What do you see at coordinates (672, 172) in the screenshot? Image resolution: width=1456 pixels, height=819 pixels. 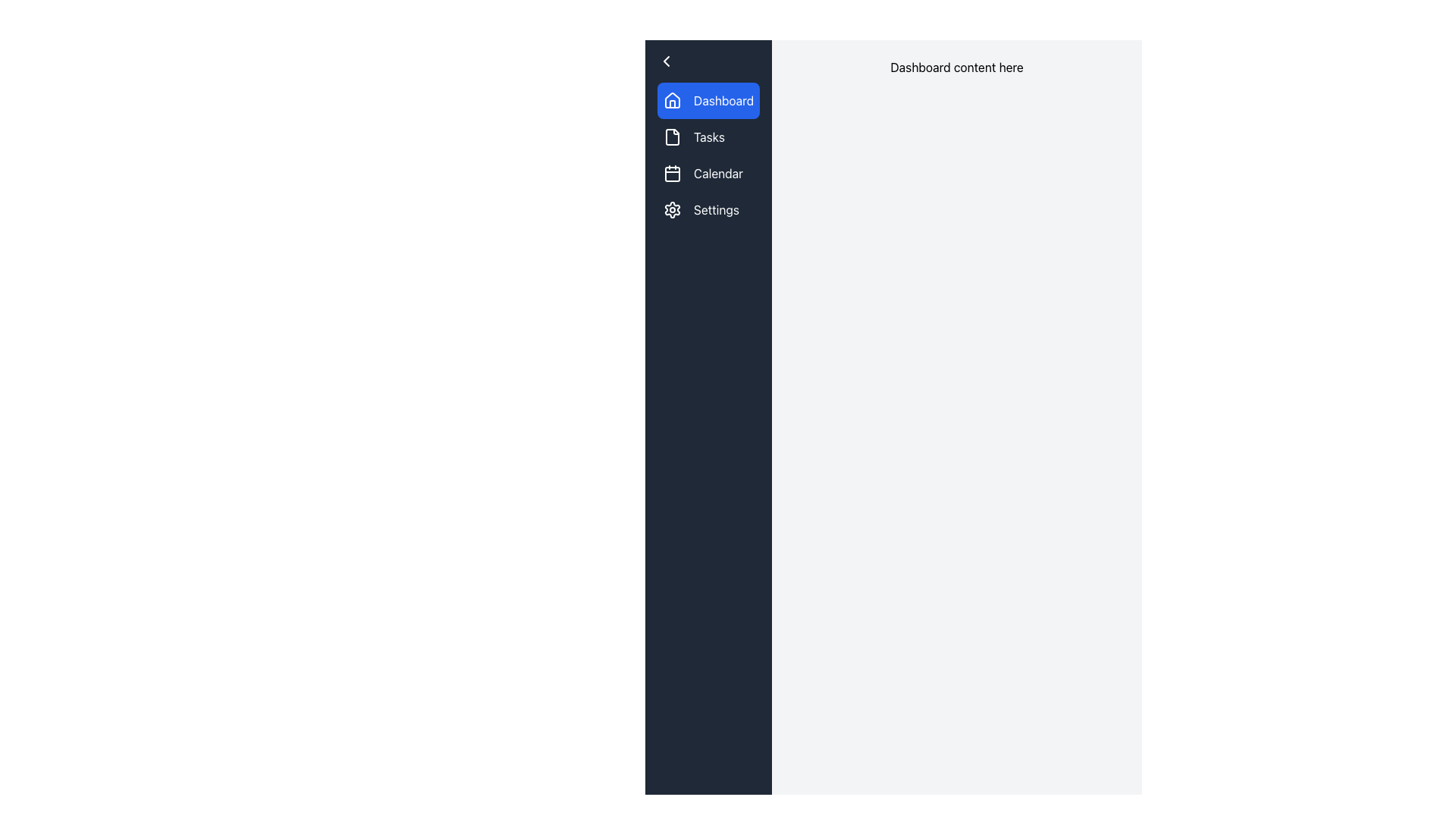 I see `the 'Calendar' menu option, which is represented by a minimalistic white calendar icon located in the left sidebar of the interface` at bounding box center [672, 172].